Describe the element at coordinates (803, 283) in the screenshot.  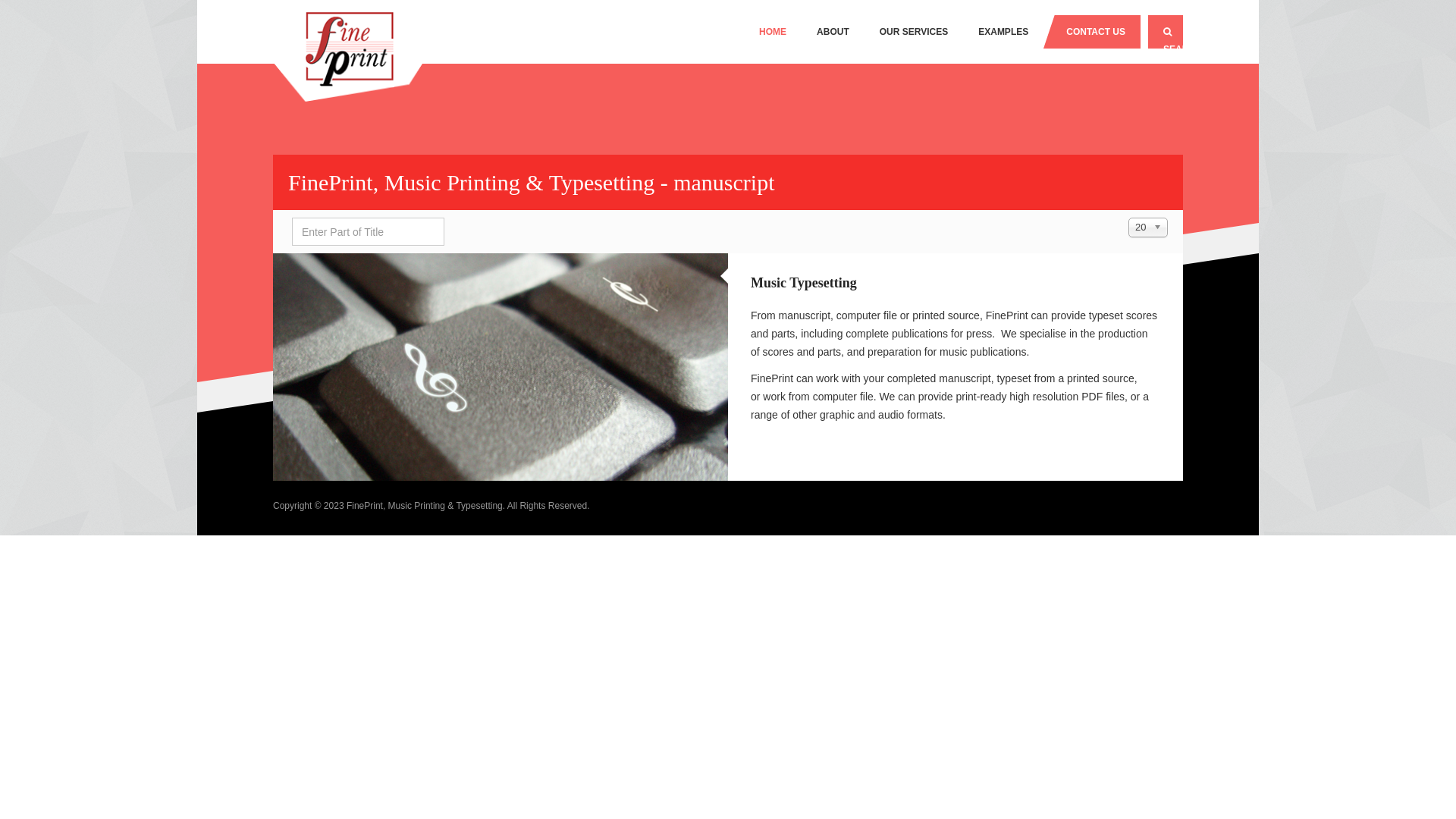
I see `'Music Typesetting'` at that location.